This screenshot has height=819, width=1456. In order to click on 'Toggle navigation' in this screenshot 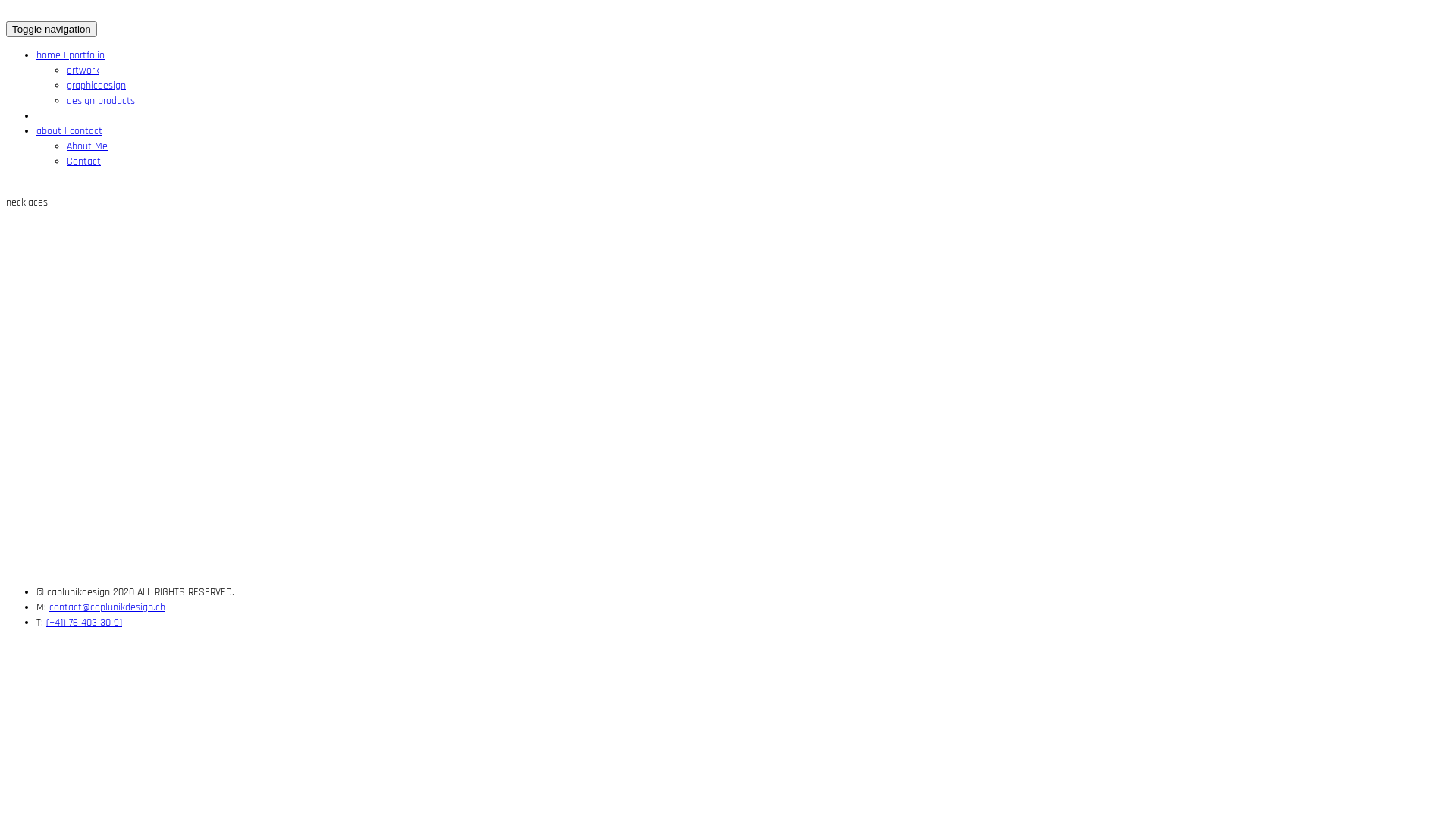, I will do `click(51, 29)`.